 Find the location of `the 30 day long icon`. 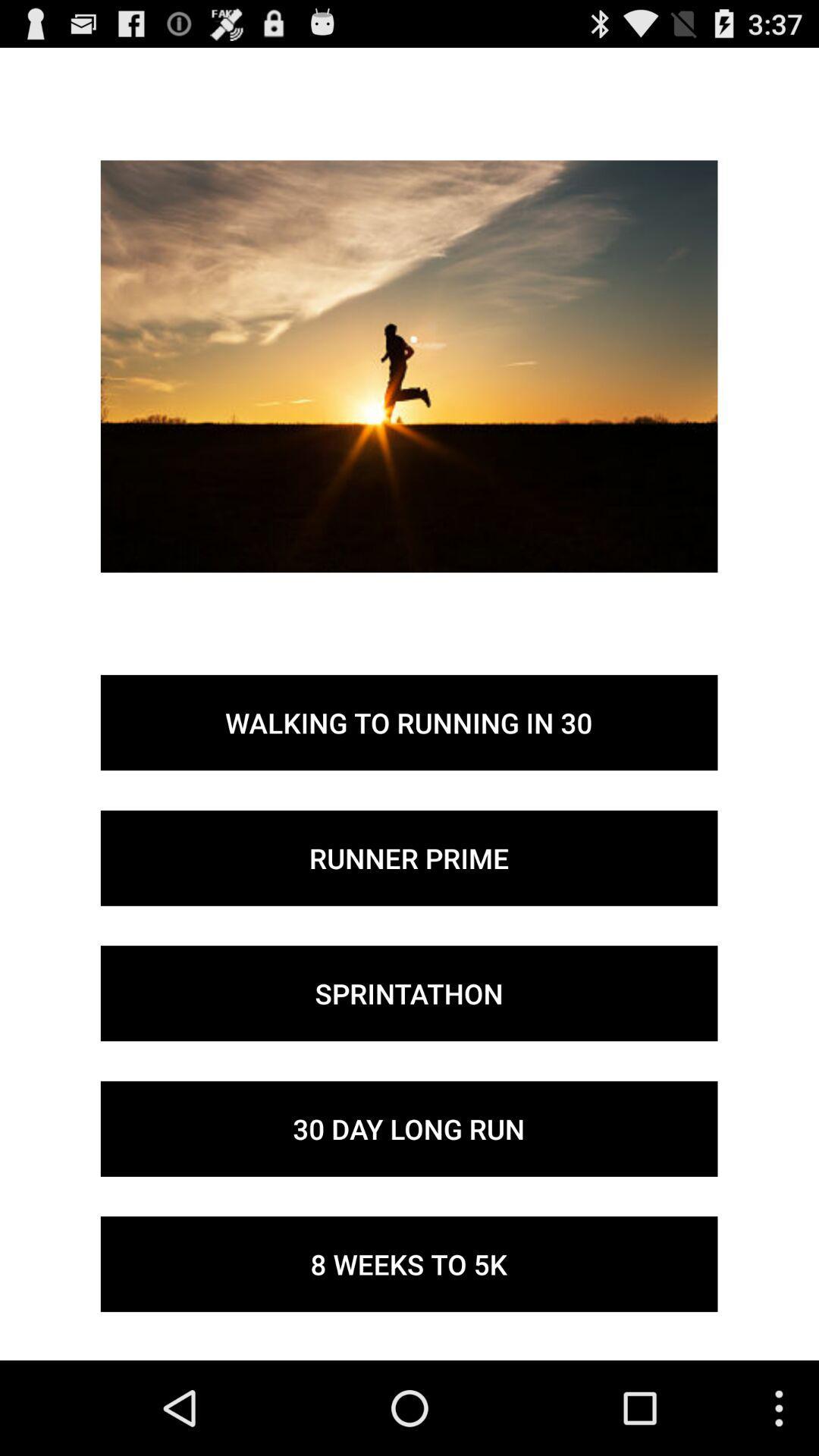

the 30 day long icon is located at coordinates (408, 1128).